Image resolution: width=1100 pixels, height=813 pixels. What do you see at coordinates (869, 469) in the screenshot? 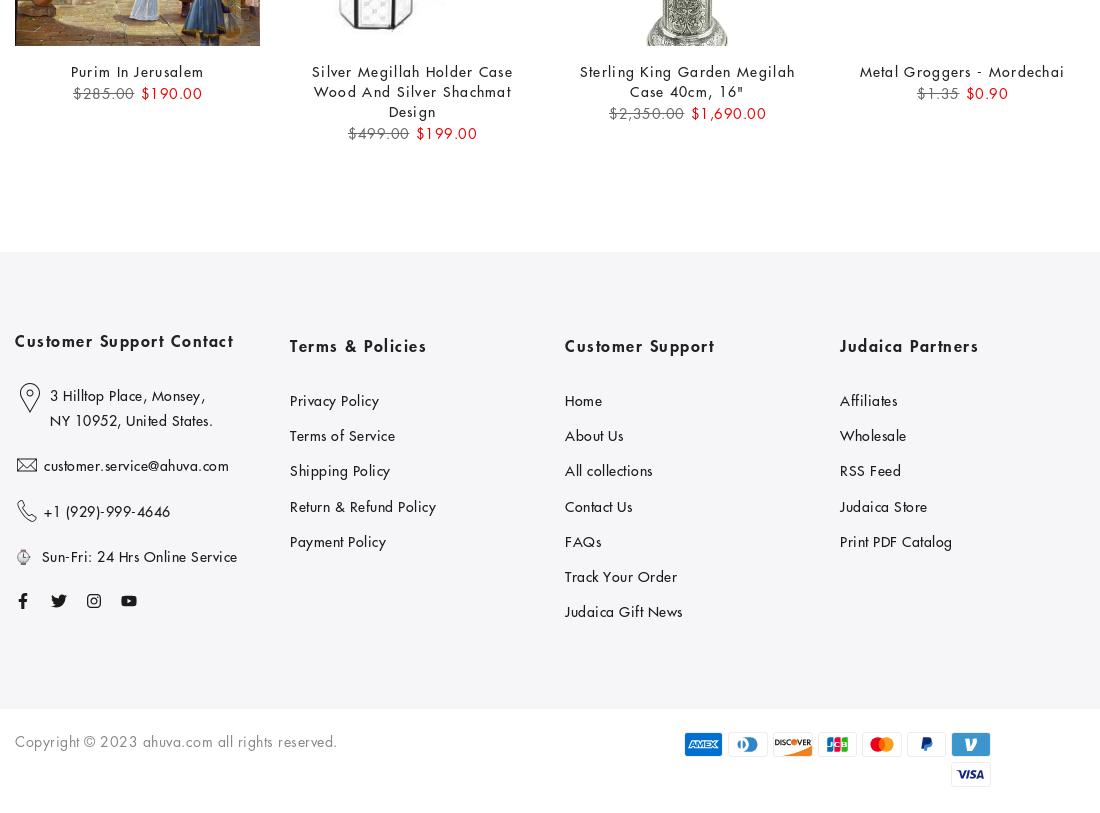
I see `'RSS Feed'` at bounding box center [869, 469].